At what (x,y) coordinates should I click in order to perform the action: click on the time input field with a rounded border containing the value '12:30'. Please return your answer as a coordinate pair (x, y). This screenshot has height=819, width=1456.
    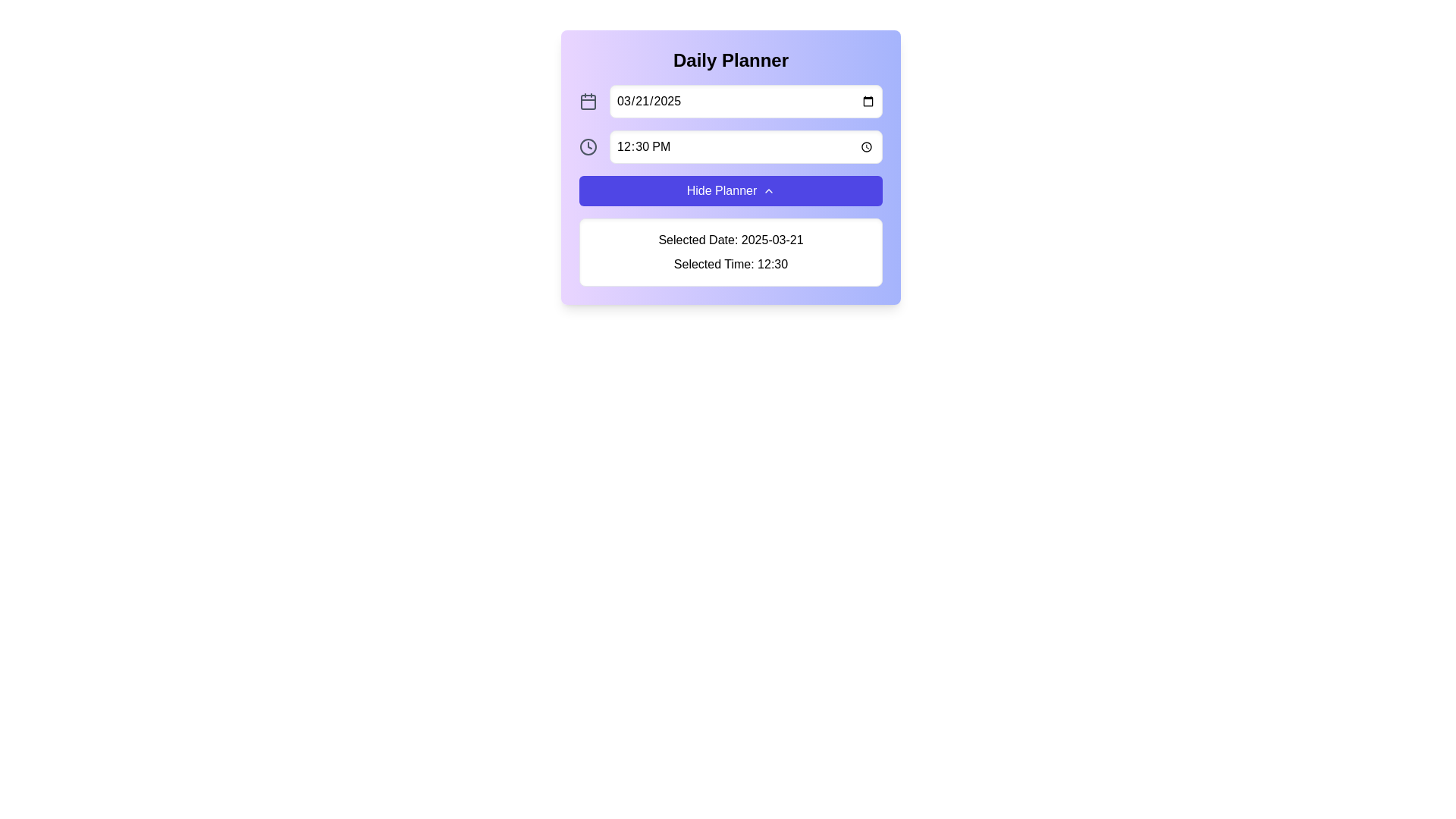
    Looking at the image, I should click on (745, 146).